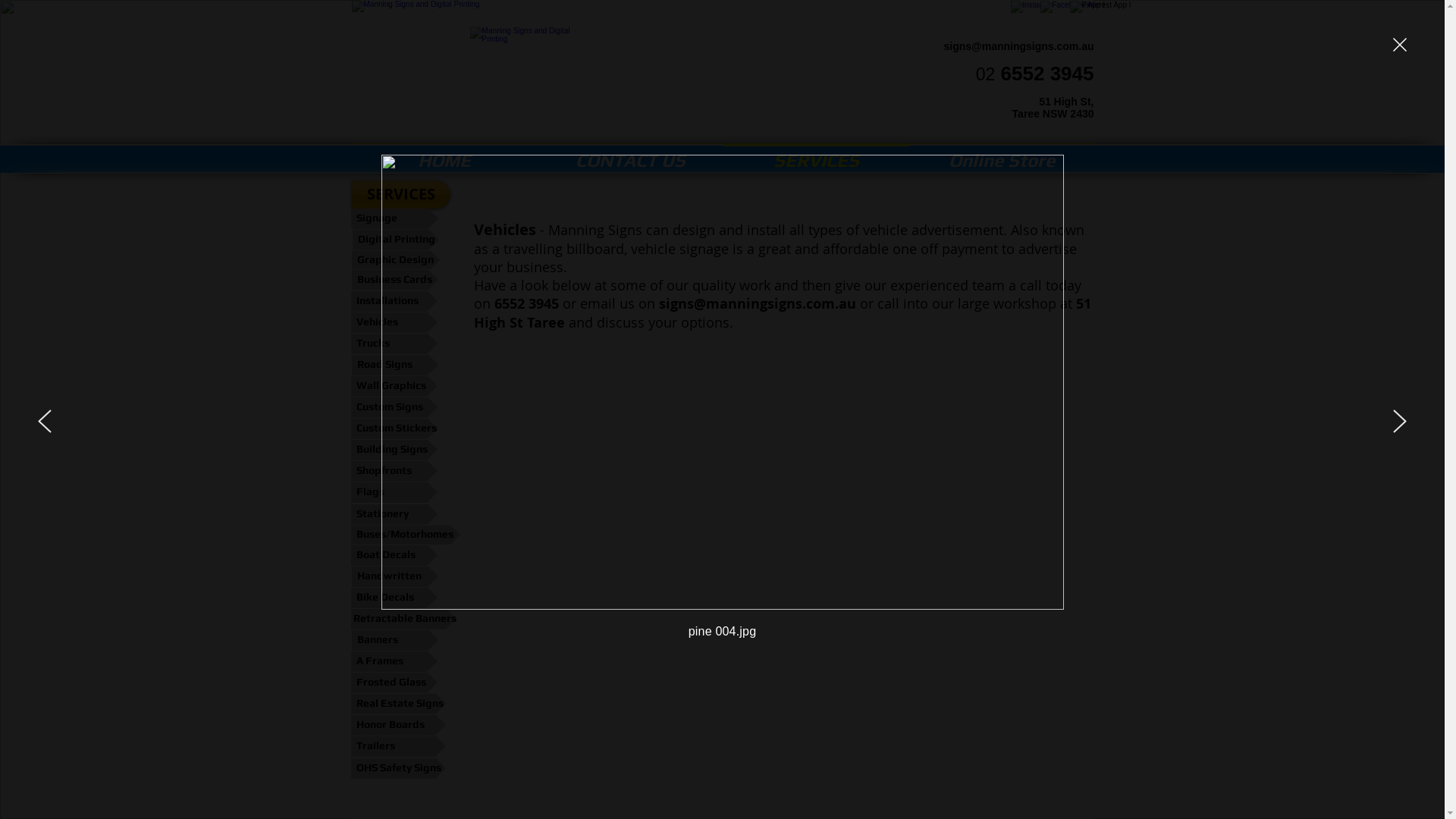 The width and height of the screenshot is (1456, 819). I want to click on 'Custom Stickers', so click(349, 428).